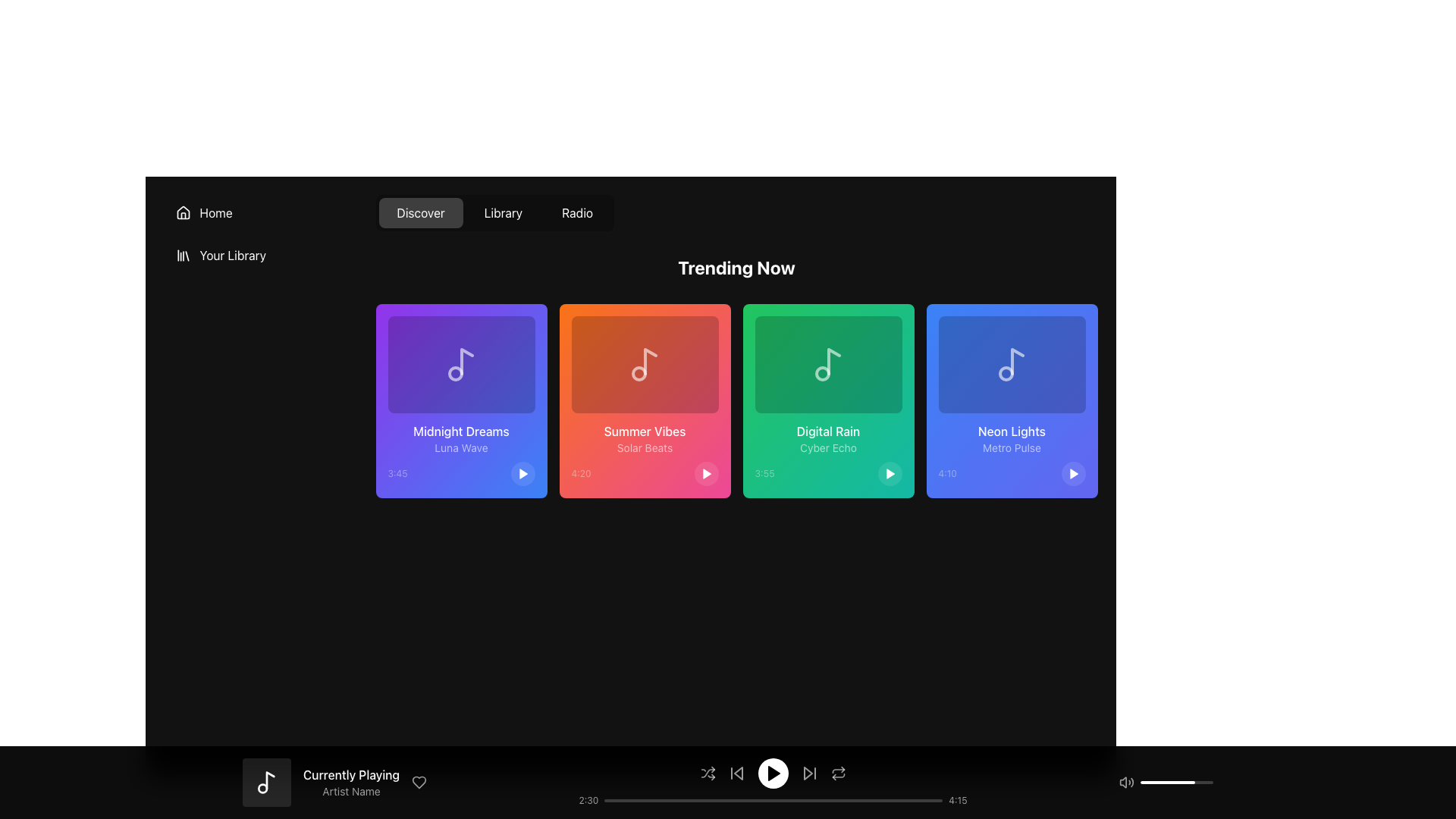 Image resolution: width=1456 pixels, height=819 pixels. I want to click on the small circular shape styled as a filled circle, located within the musical note icon, positioned near the bottom-left of the icon, so click(262, 788).